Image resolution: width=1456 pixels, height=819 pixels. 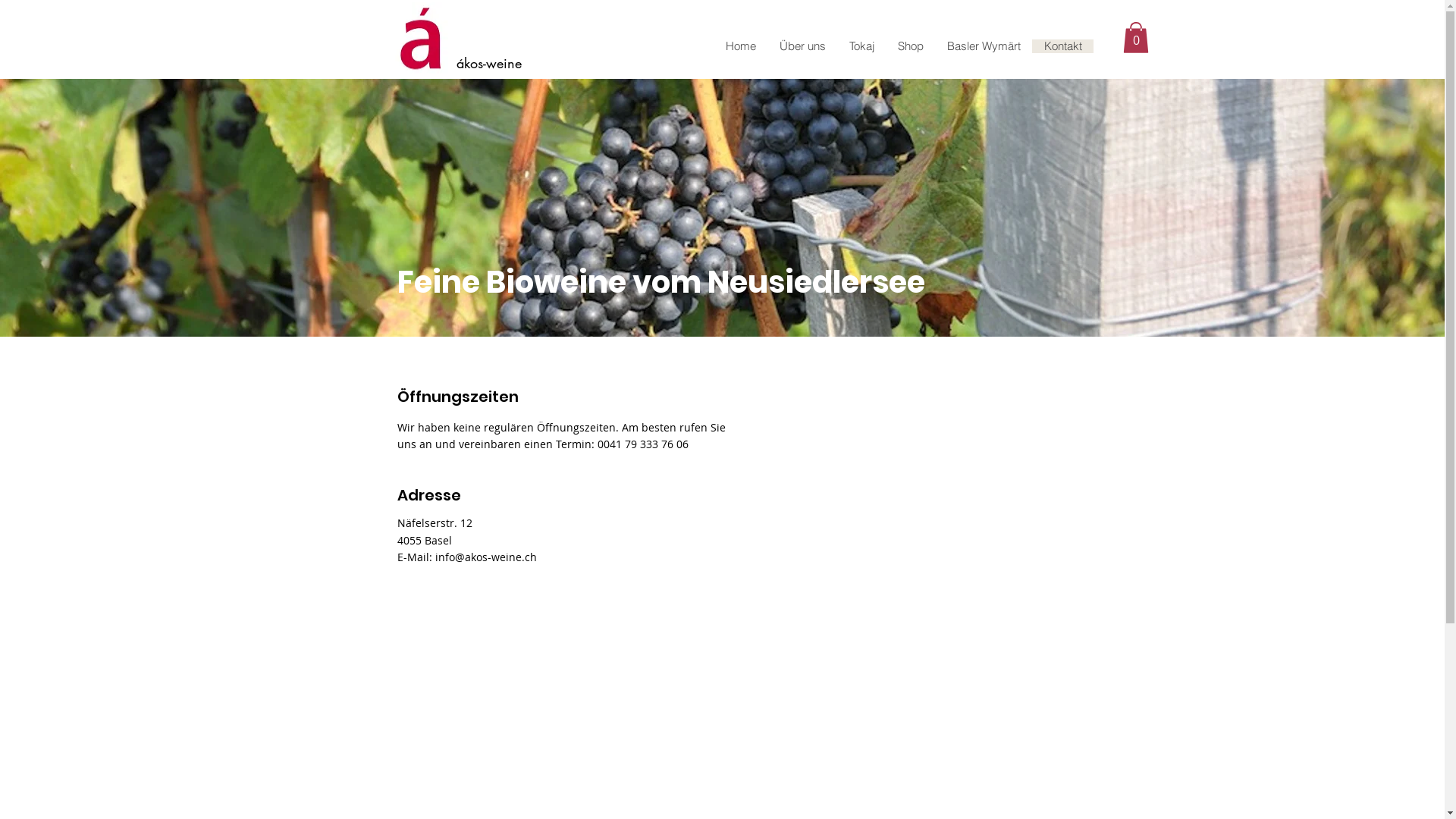 What do you see at coordinates (1135, 36) in the screenshot?
I see `'0'` at bounding box center [1135, 36].